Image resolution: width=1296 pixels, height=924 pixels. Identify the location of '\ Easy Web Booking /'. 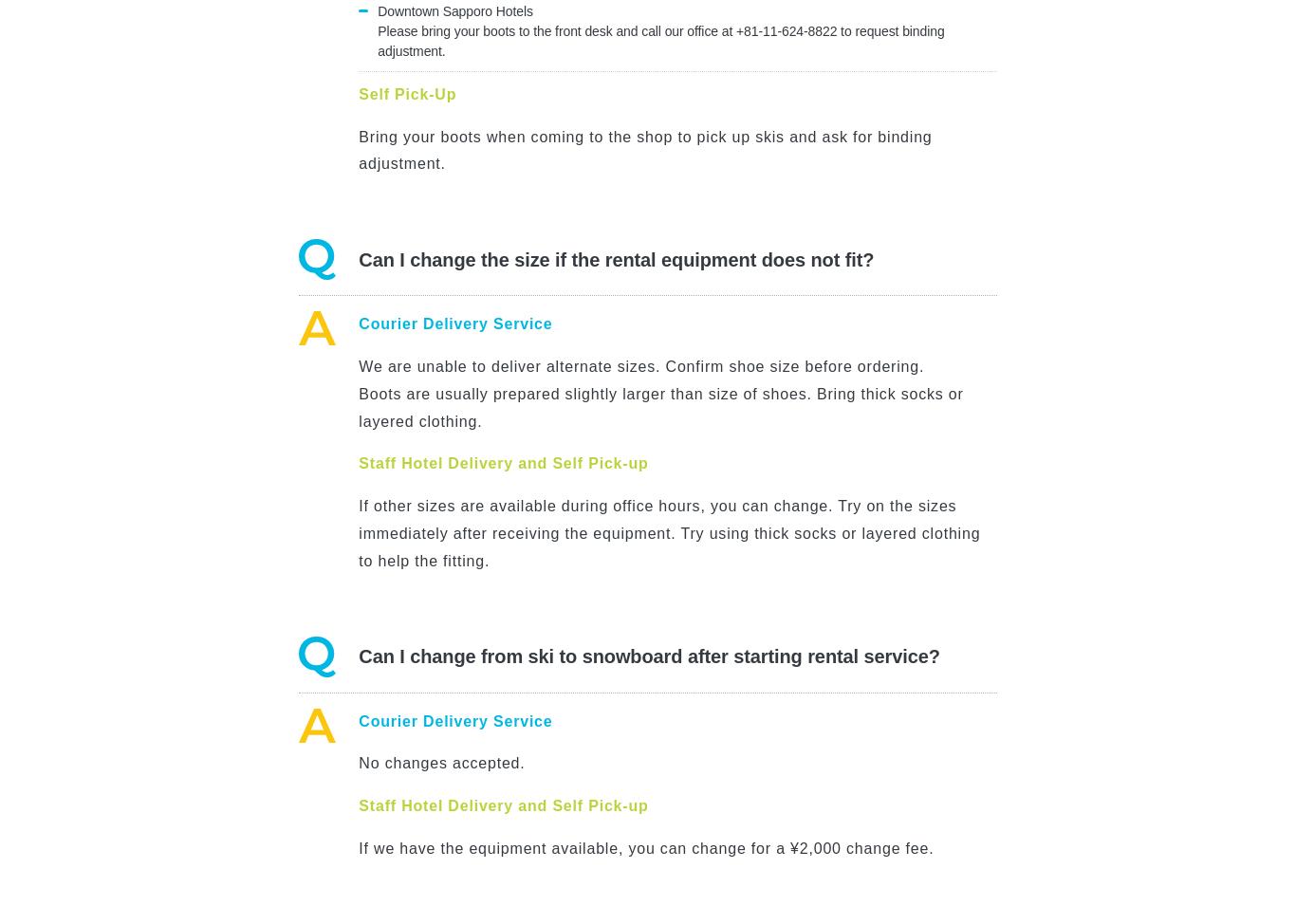
(646, 526).